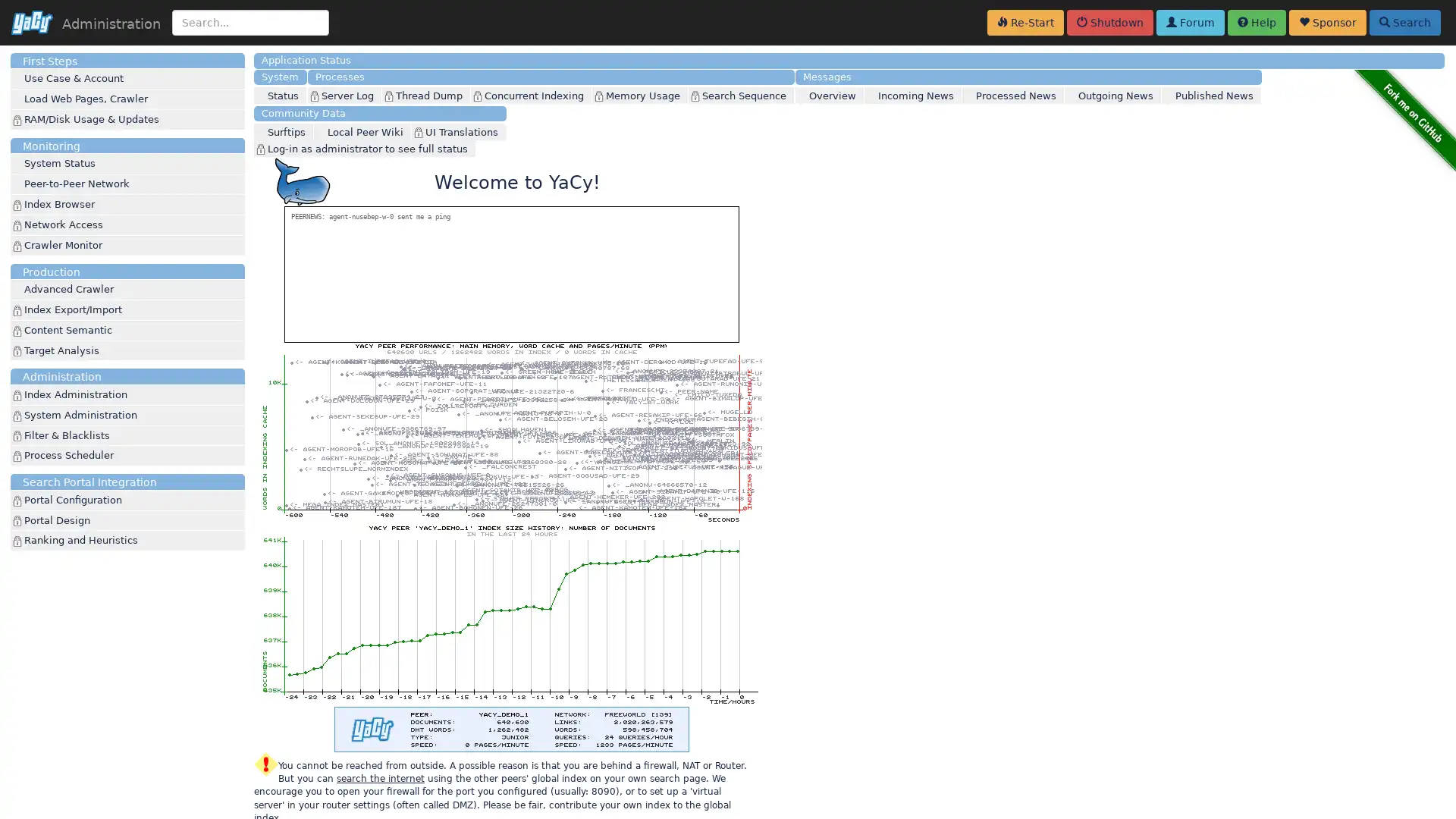 The height and width of the screenshot is (819, 1456). Describe the element at coordinates (1327, 23) in the screenshot. I see `Sponsor` at that location.